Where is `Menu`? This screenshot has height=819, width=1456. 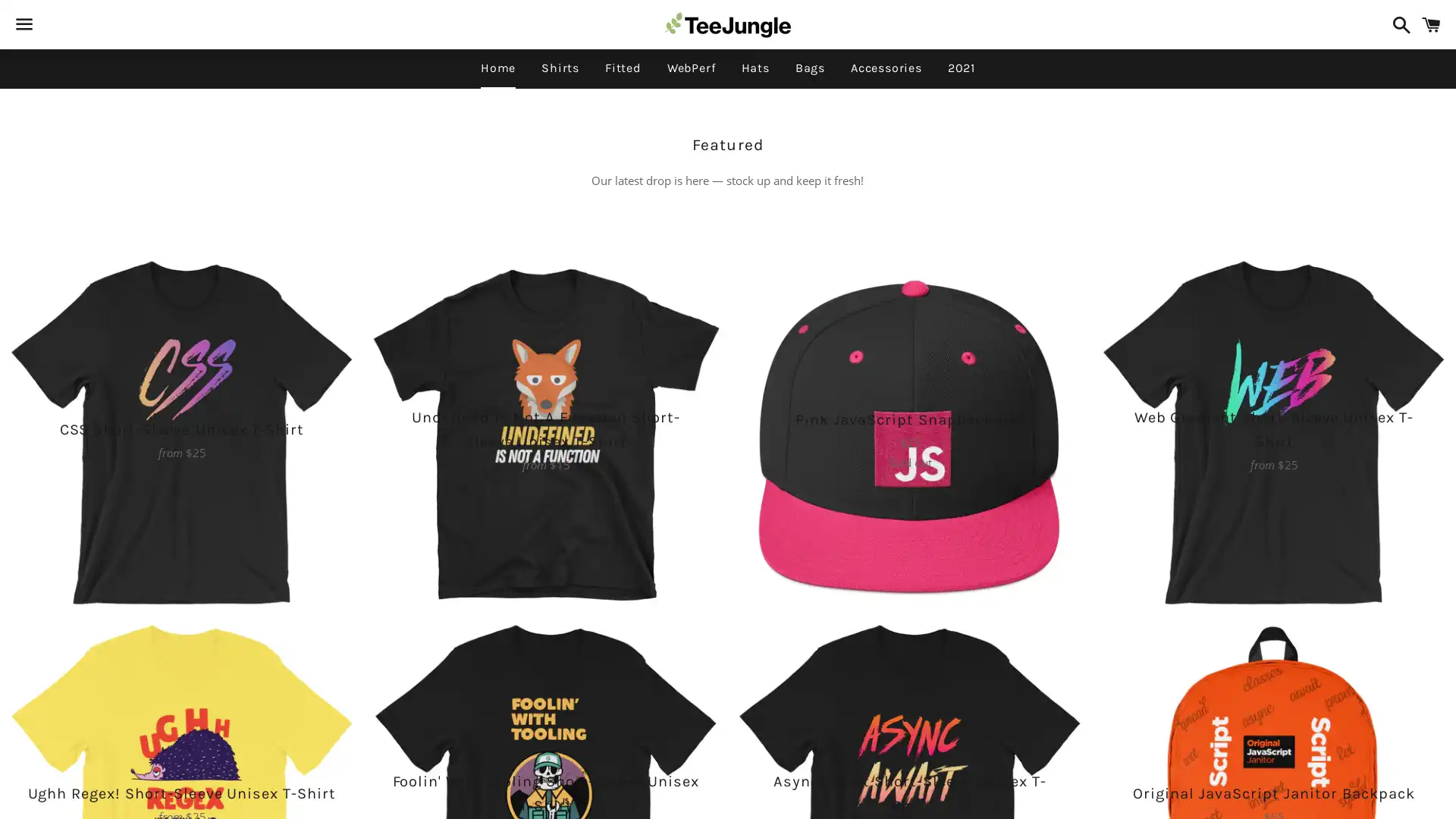
Menu is located at coordinates (24, 24).